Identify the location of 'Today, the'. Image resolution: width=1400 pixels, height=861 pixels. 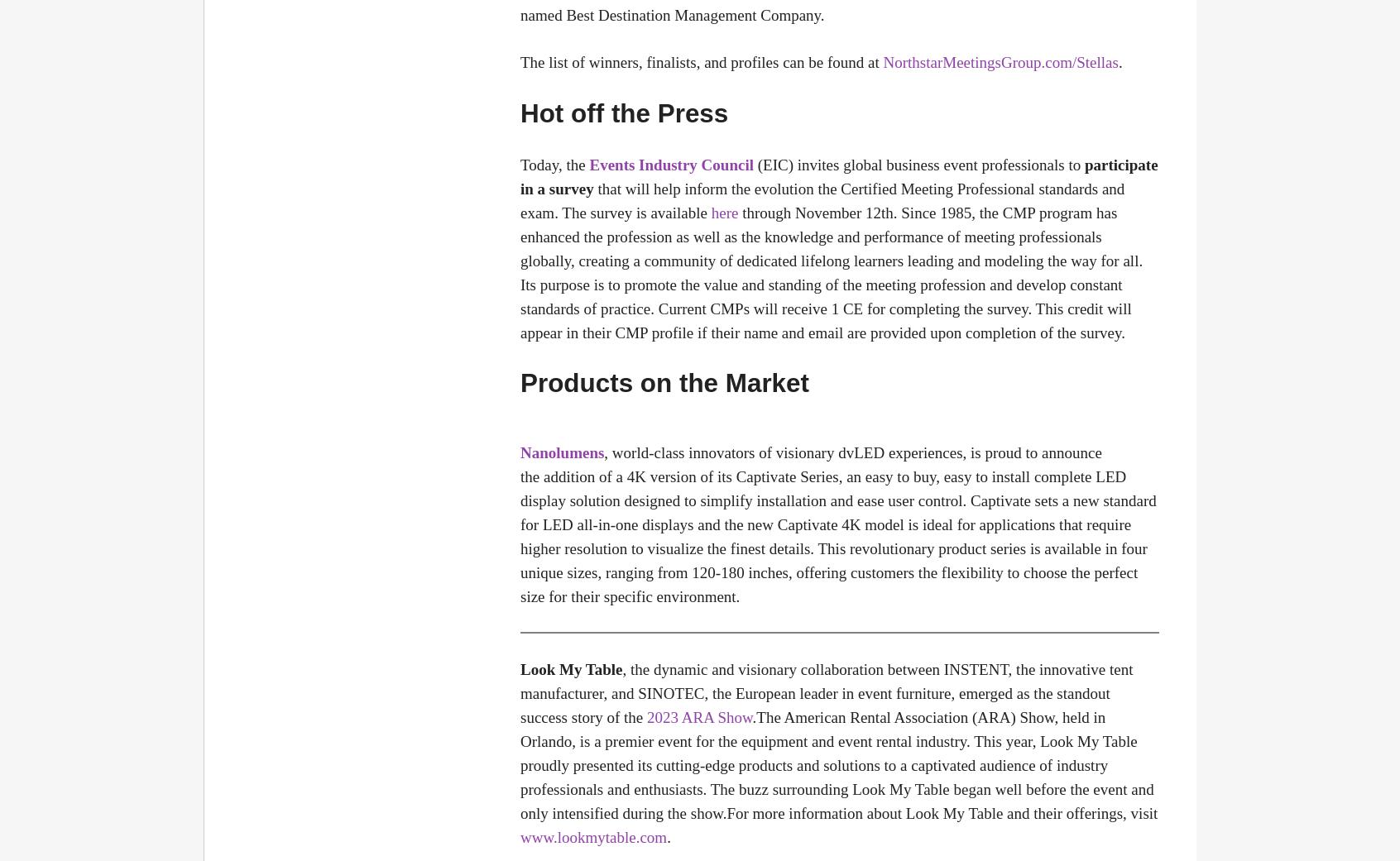
(554, 164).